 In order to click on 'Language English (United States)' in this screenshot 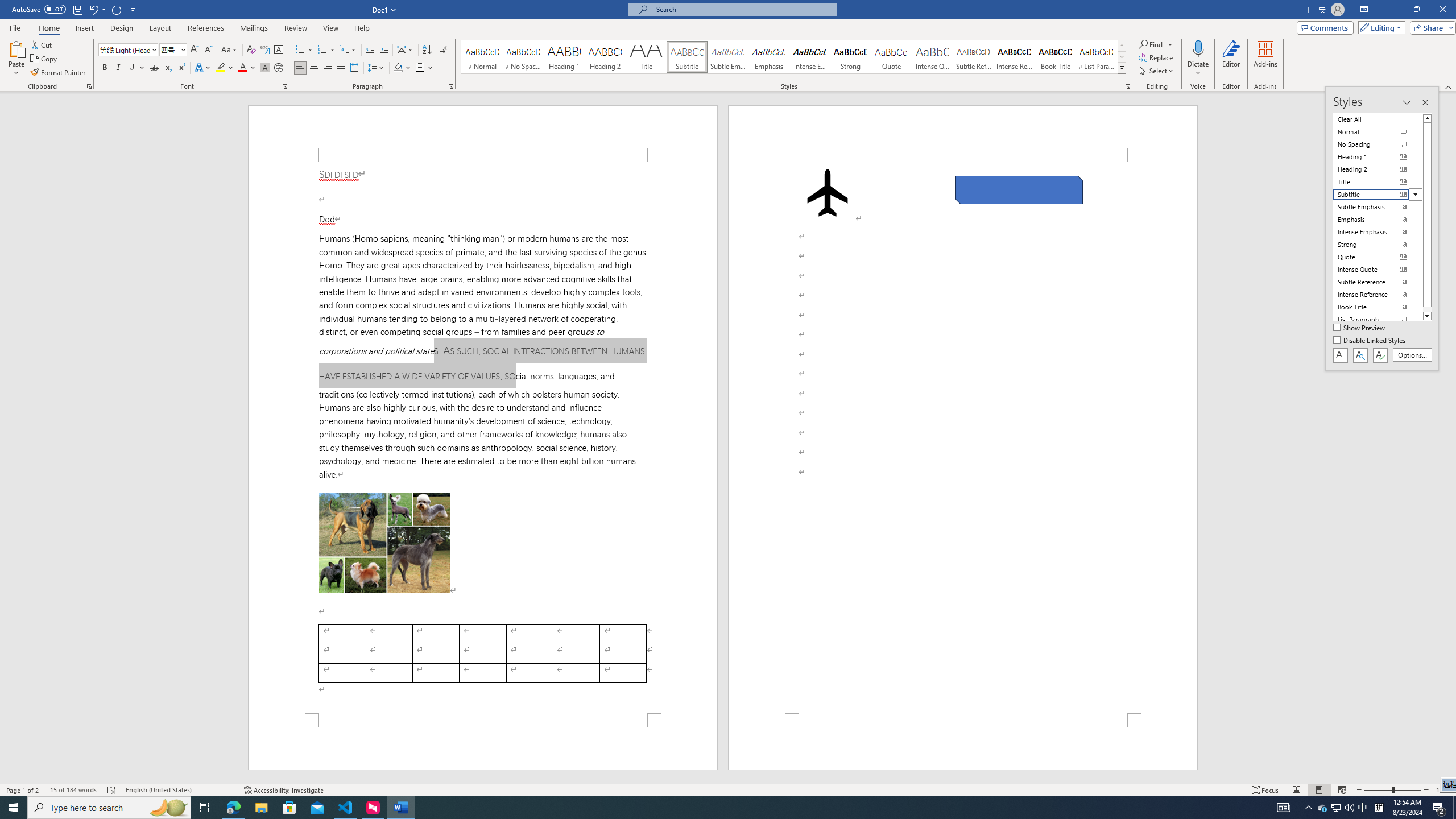, I will do `click(178, 790)`.